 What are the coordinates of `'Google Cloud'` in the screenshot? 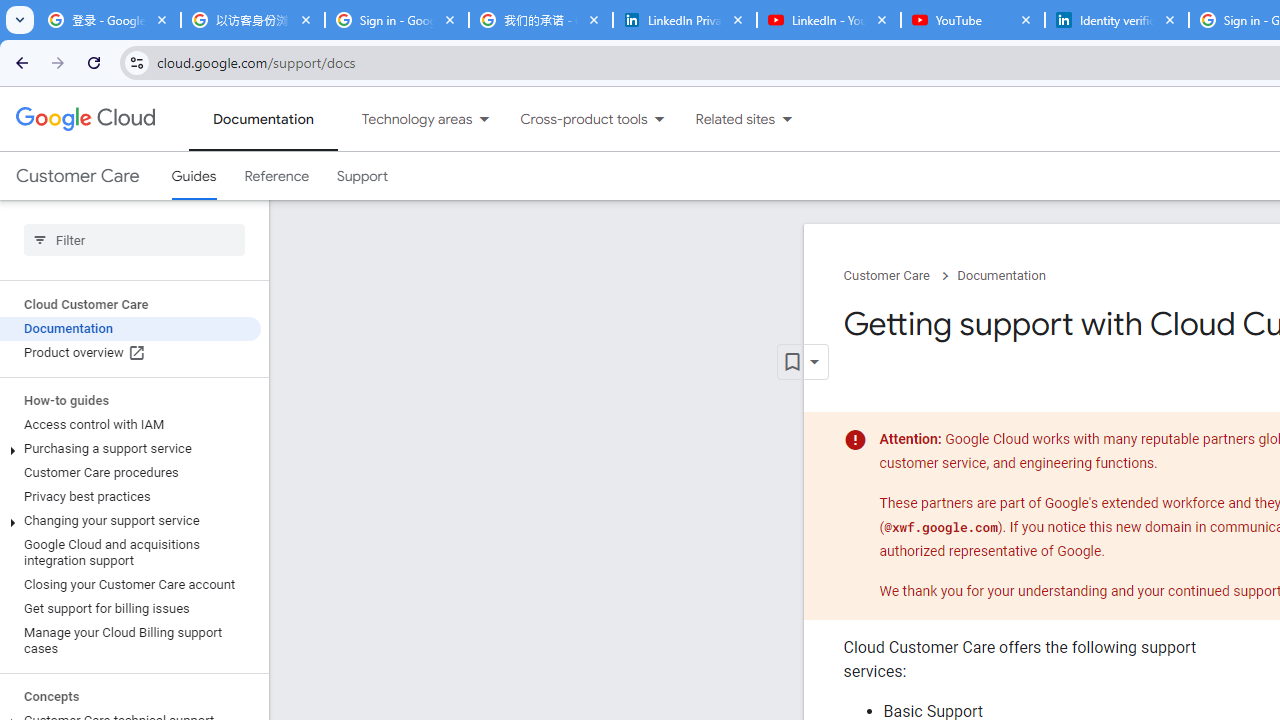 It's located at (84, 119).